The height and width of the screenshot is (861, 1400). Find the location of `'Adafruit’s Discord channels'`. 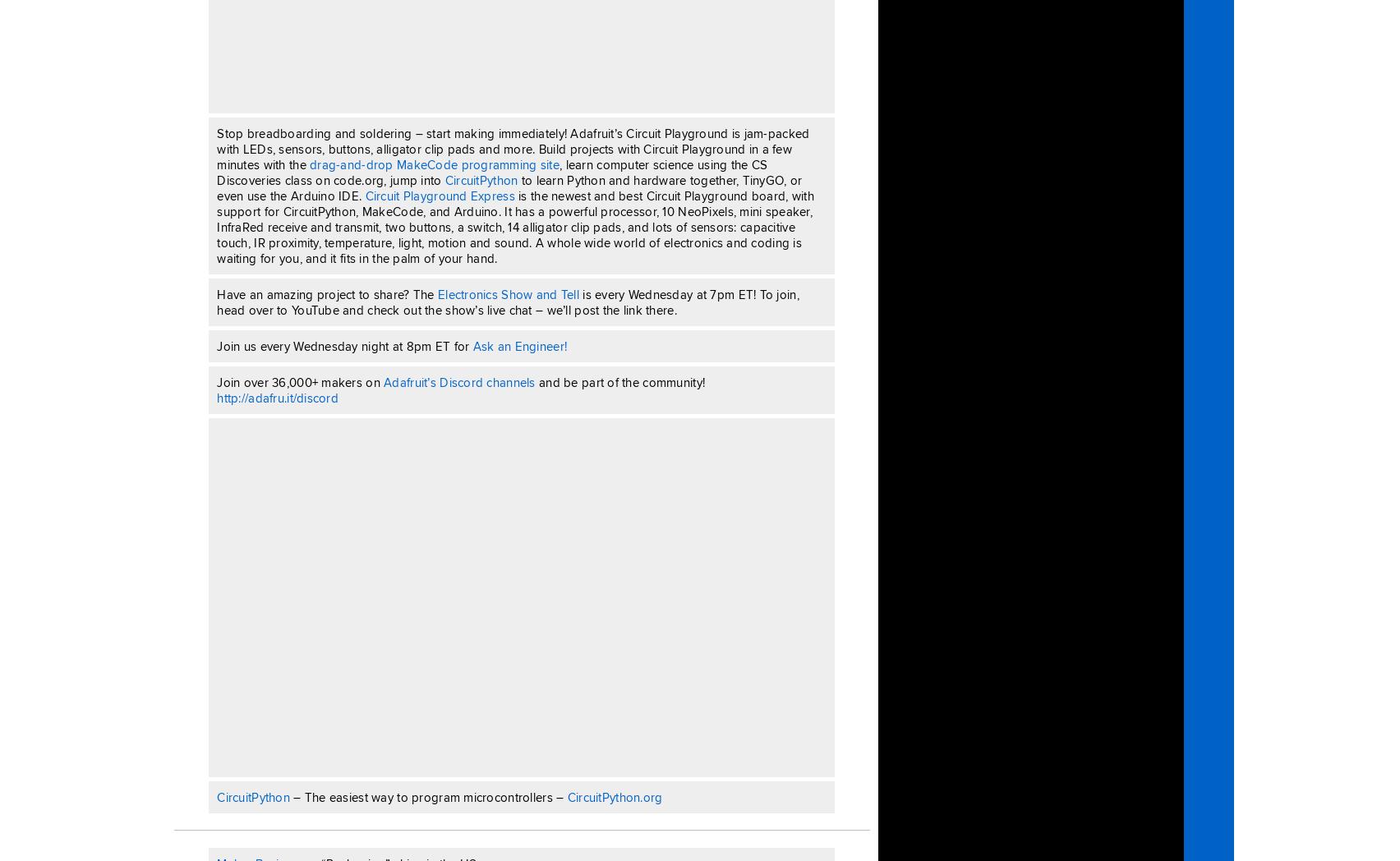

'Adafruit’s Discord channels' is located at coordinates (459, 380).